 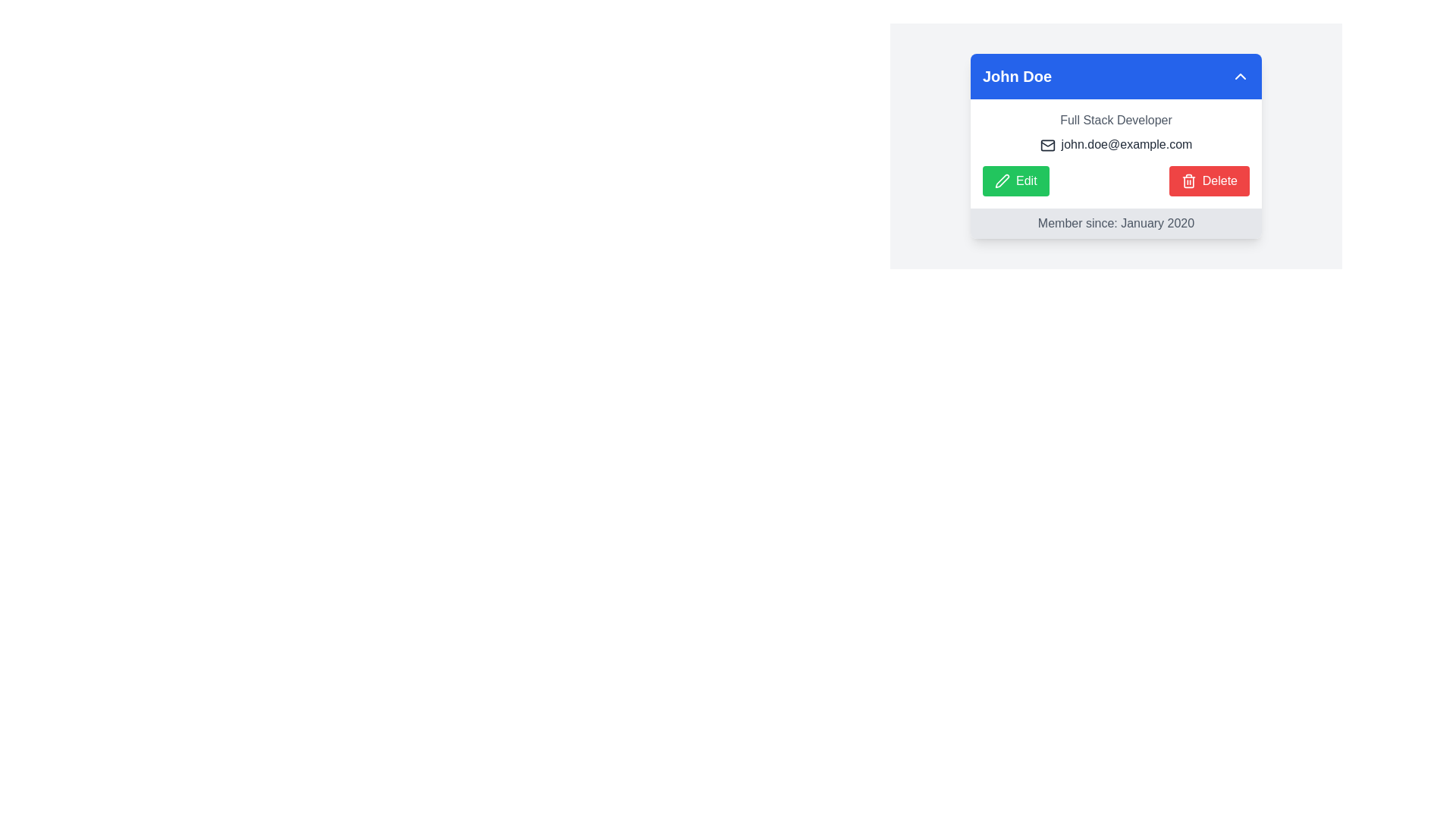 I want to click on the 'Delete' button, which has a red background, white text, and a trash bin icon, to observe its hover effects, so click(x=1208, y=180).